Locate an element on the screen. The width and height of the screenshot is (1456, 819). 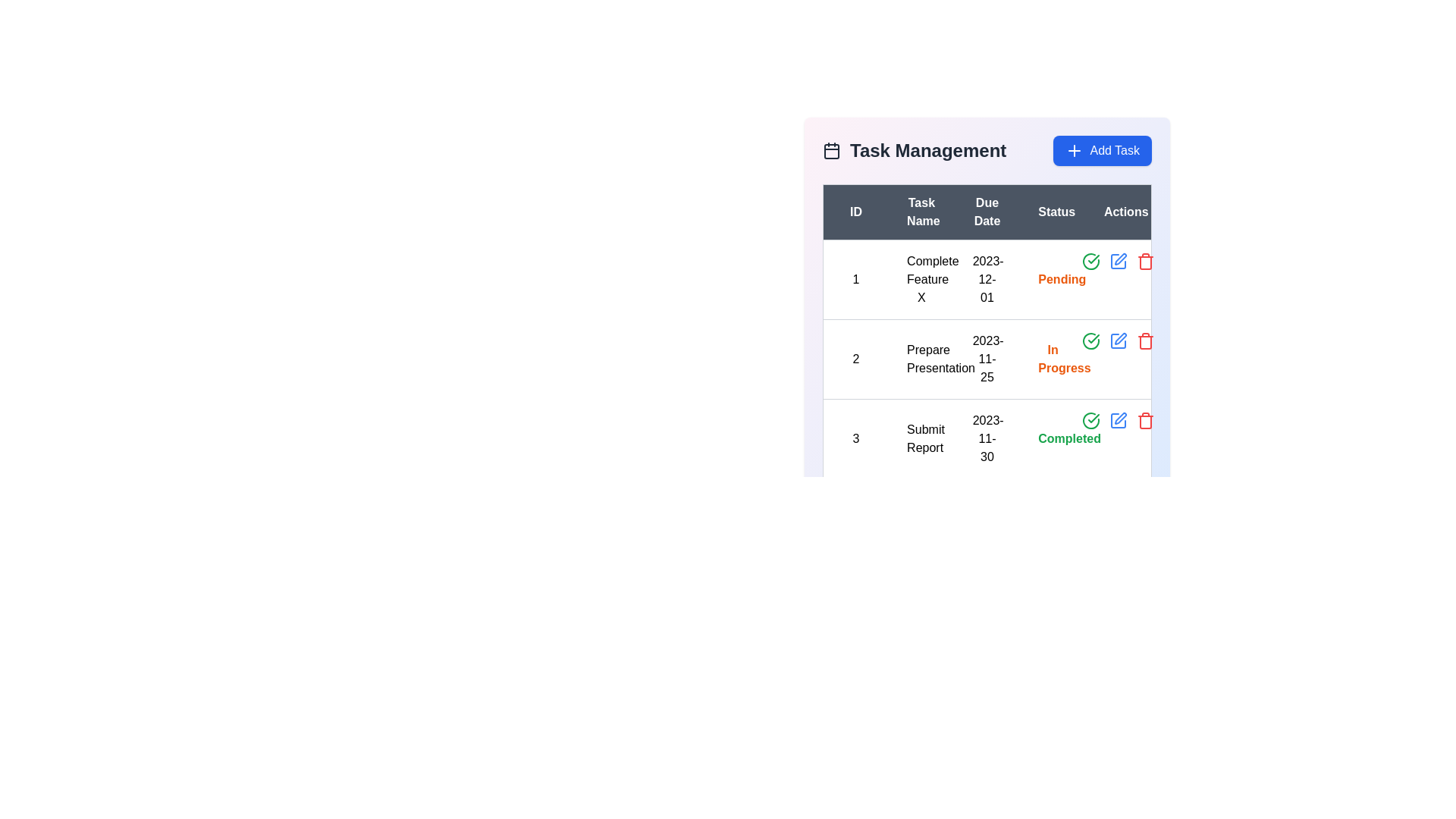
the static text element displaying the due date for the task 'Complete Feature X', located in the 'Due Date' column of the first row is located at coordinates (987, 280).